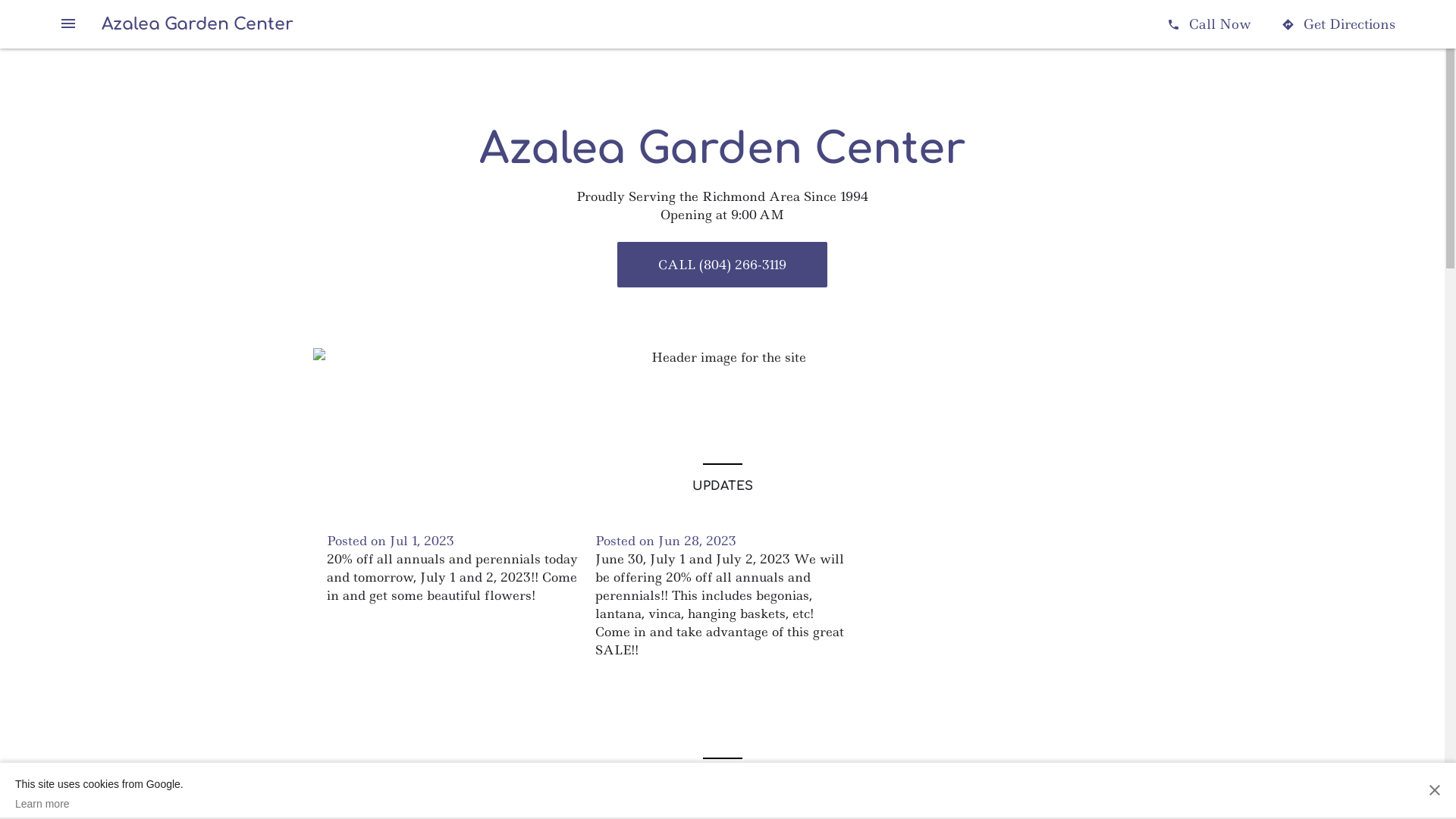 The image size is (1456, 819). I want to click on 'Azalea Garden Center', so click(196, 24).